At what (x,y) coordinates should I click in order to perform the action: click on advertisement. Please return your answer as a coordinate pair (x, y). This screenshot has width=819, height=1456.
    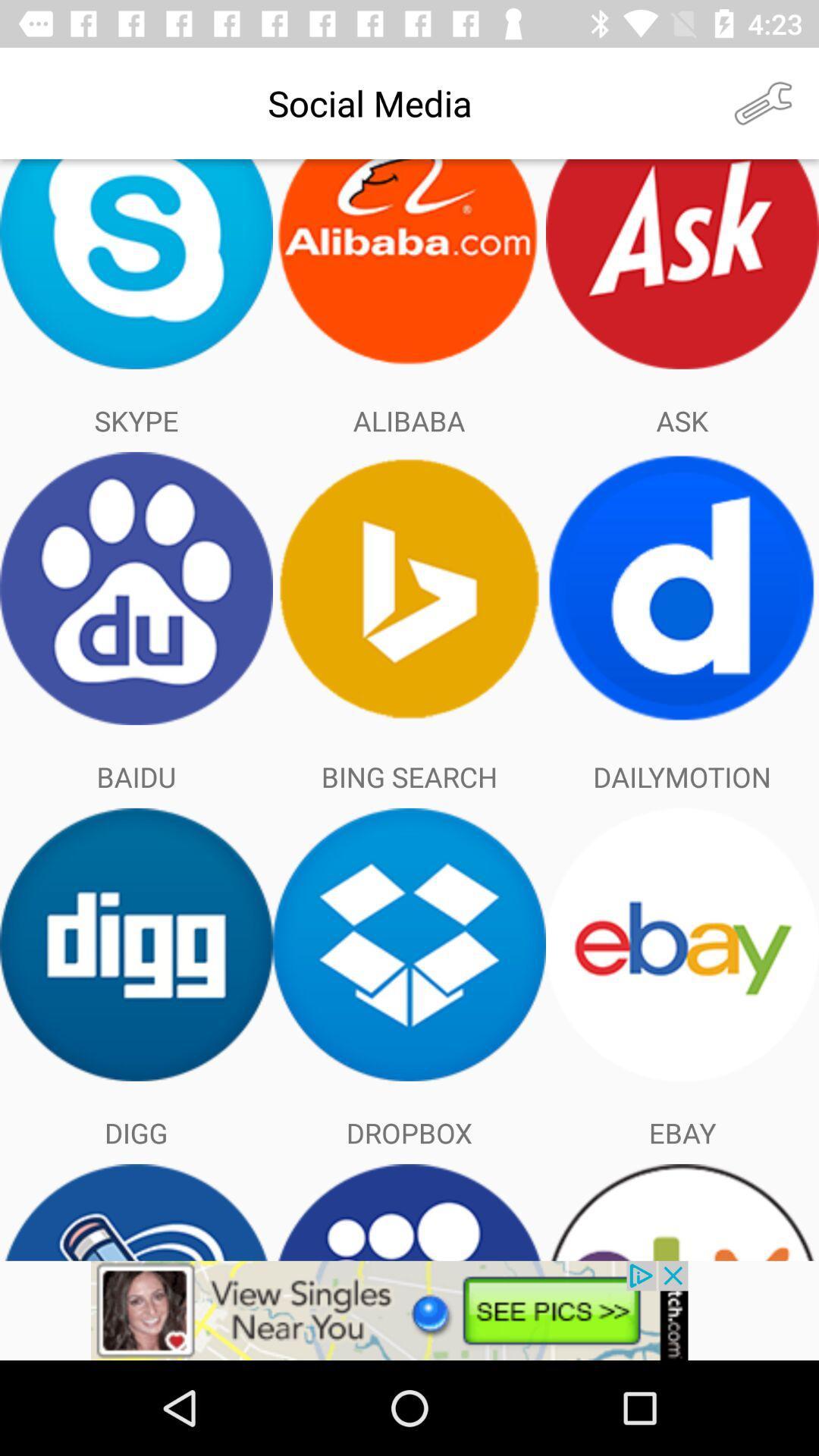
    Looking at the image, I should click on (409, 1310).